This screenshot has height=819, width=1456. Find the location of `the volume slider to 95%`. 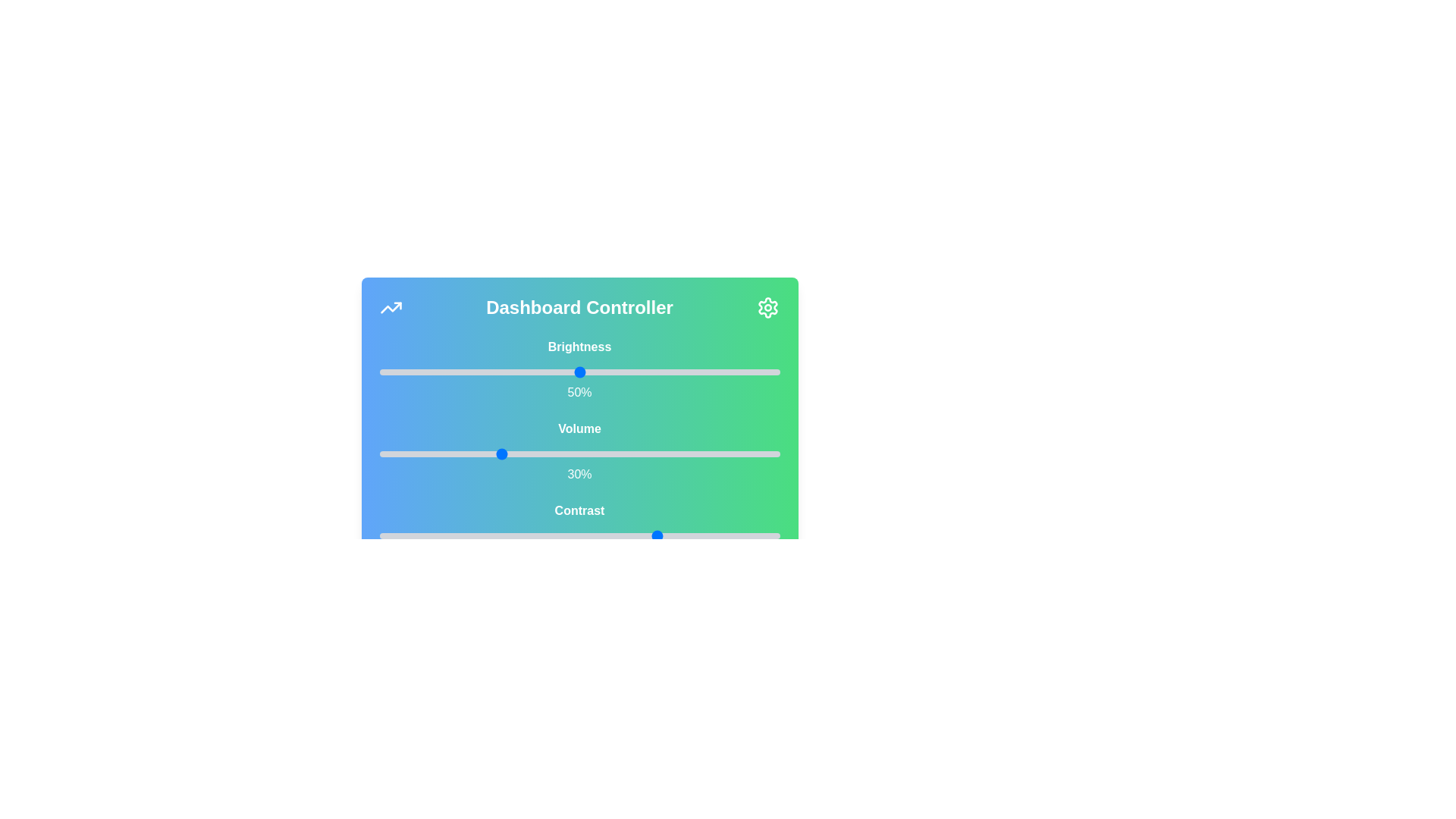

the volume slider to 95% is located at coordinates (760, 453).